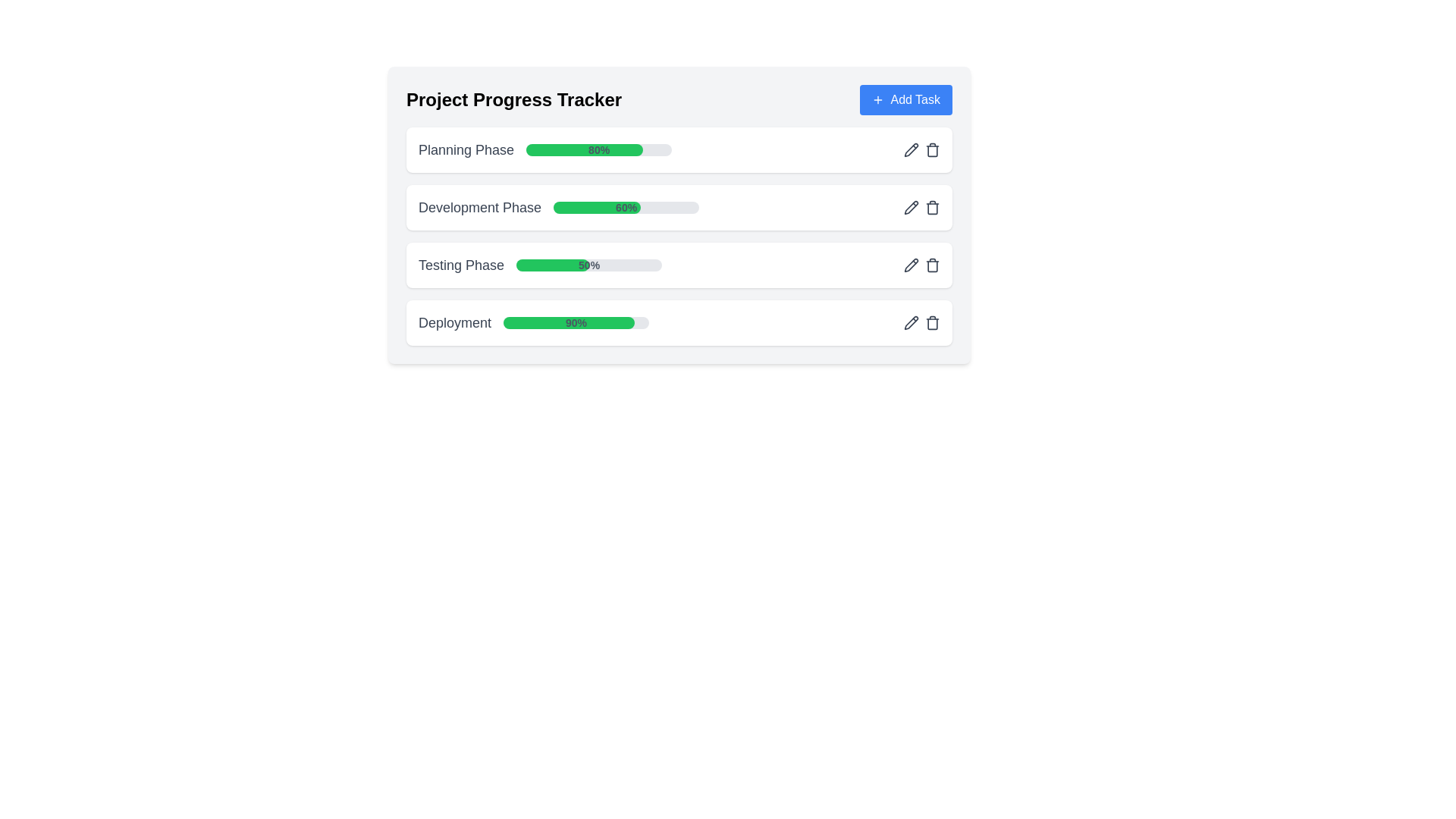 This screenshot has width=1456, height=819. Describe the element at coordinates (552, 265) in the screenshot. I see `the green progress bar that indicates 50% completion of the 'Testing Phase' task in the project tracker interface` at that location.